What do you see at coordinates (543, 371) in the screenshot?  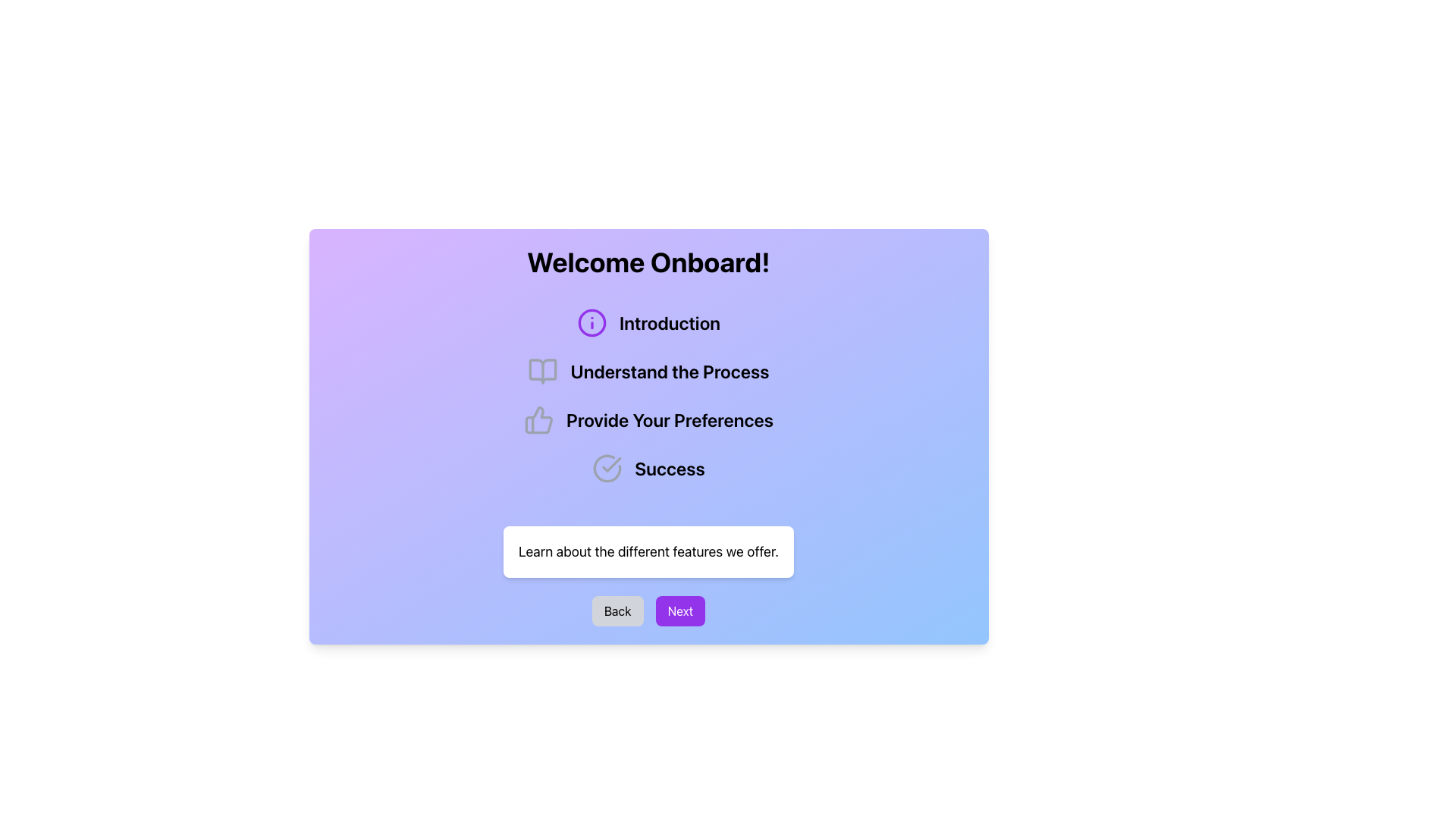 I see `the non-interactive icon representing the 'Understand the Process' step in the onboarding flow, which is the second icon in a vertical layout of onboarding steps` at bounding box center [543, 371].